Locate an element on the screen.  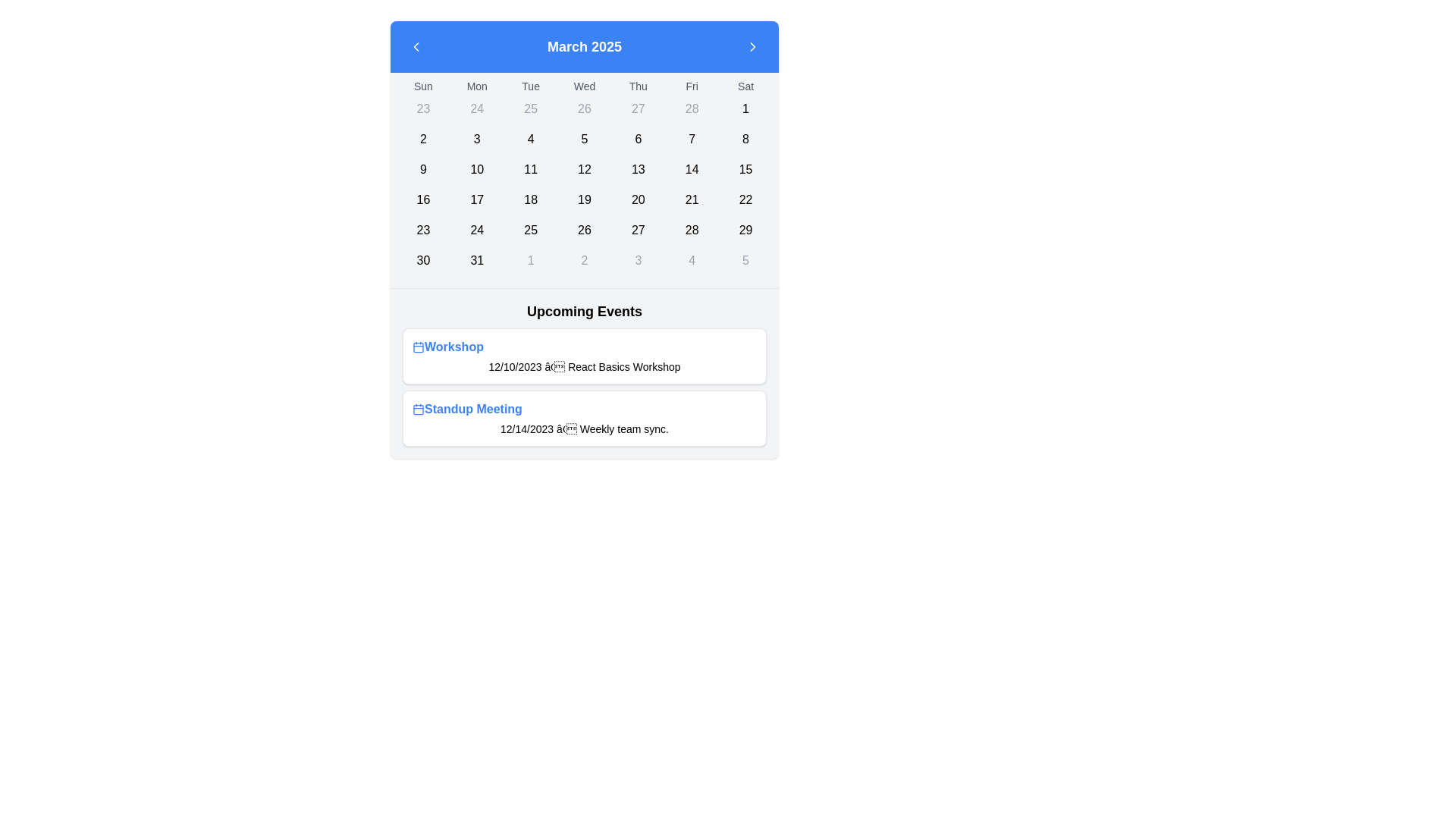
the right chevron icon in the blue header panel is located at coordinates (753, 45).